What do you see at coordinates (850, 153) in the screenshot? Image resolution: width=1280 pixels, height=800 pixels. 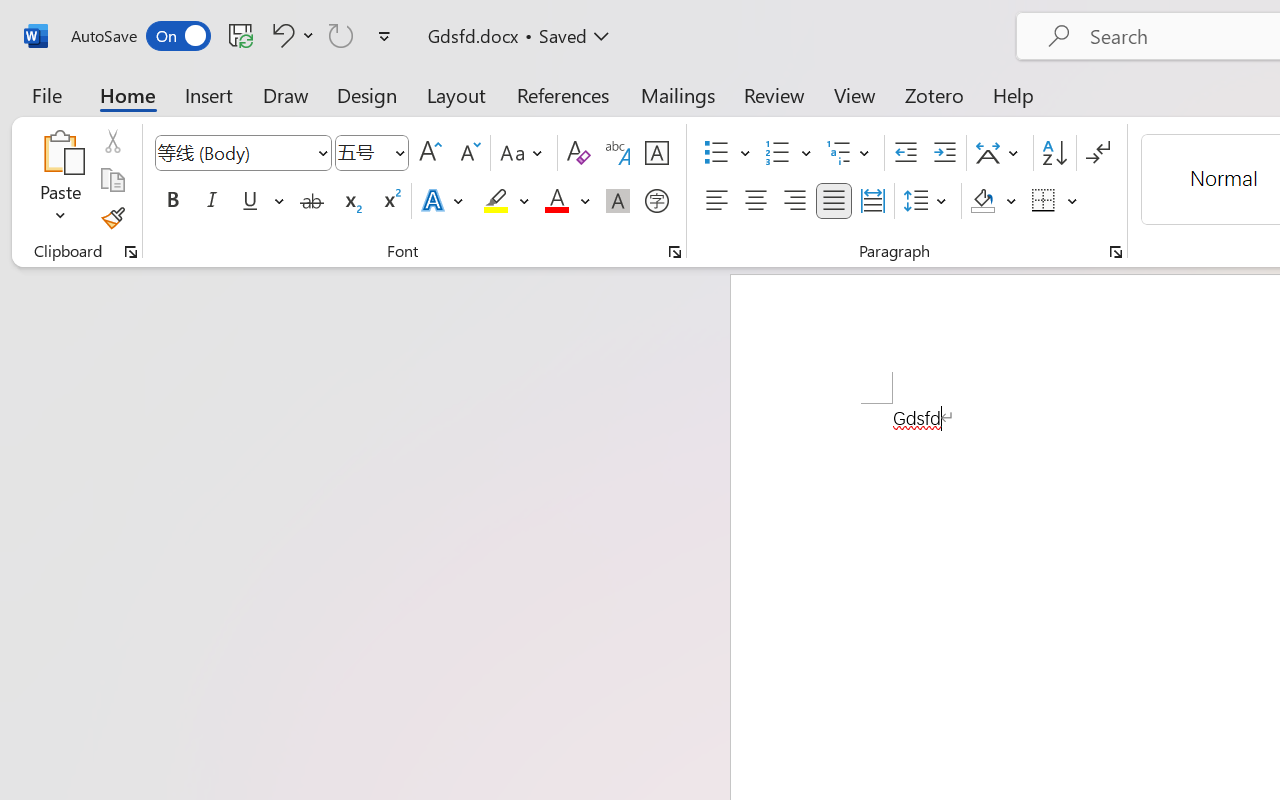 I see `'Multilevel List'` at bounding box center [850, 153].